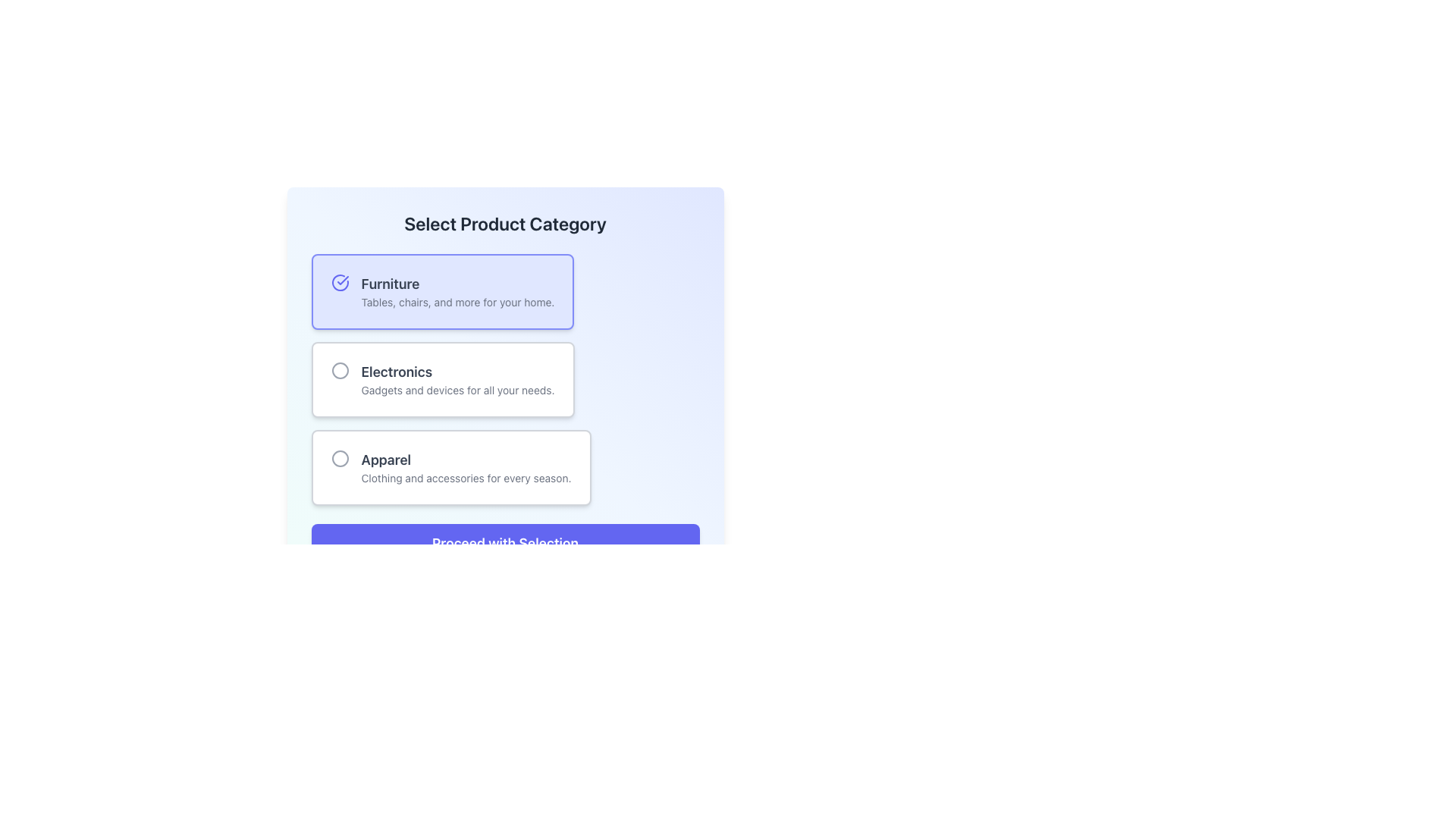  Describe the element at coordinates (505, 543) in the screenshot. I see `the confirmation button located at the bottom of the product category section` at that location.